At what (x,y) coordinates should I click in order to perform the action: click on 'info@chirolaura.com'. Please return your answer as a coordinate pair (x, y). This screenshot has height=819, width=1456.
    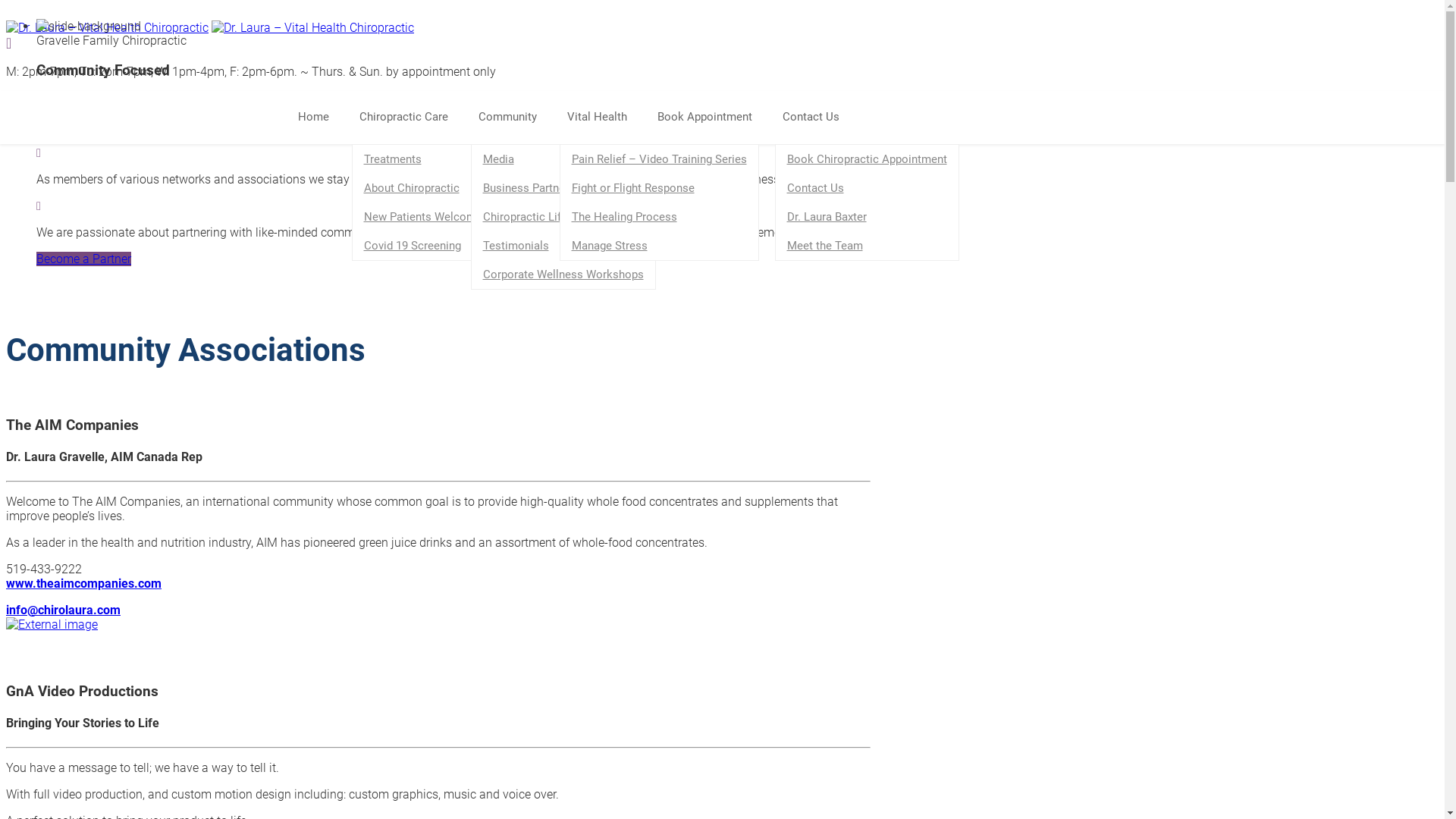
    Looking at the image, I should click on (62, 608).